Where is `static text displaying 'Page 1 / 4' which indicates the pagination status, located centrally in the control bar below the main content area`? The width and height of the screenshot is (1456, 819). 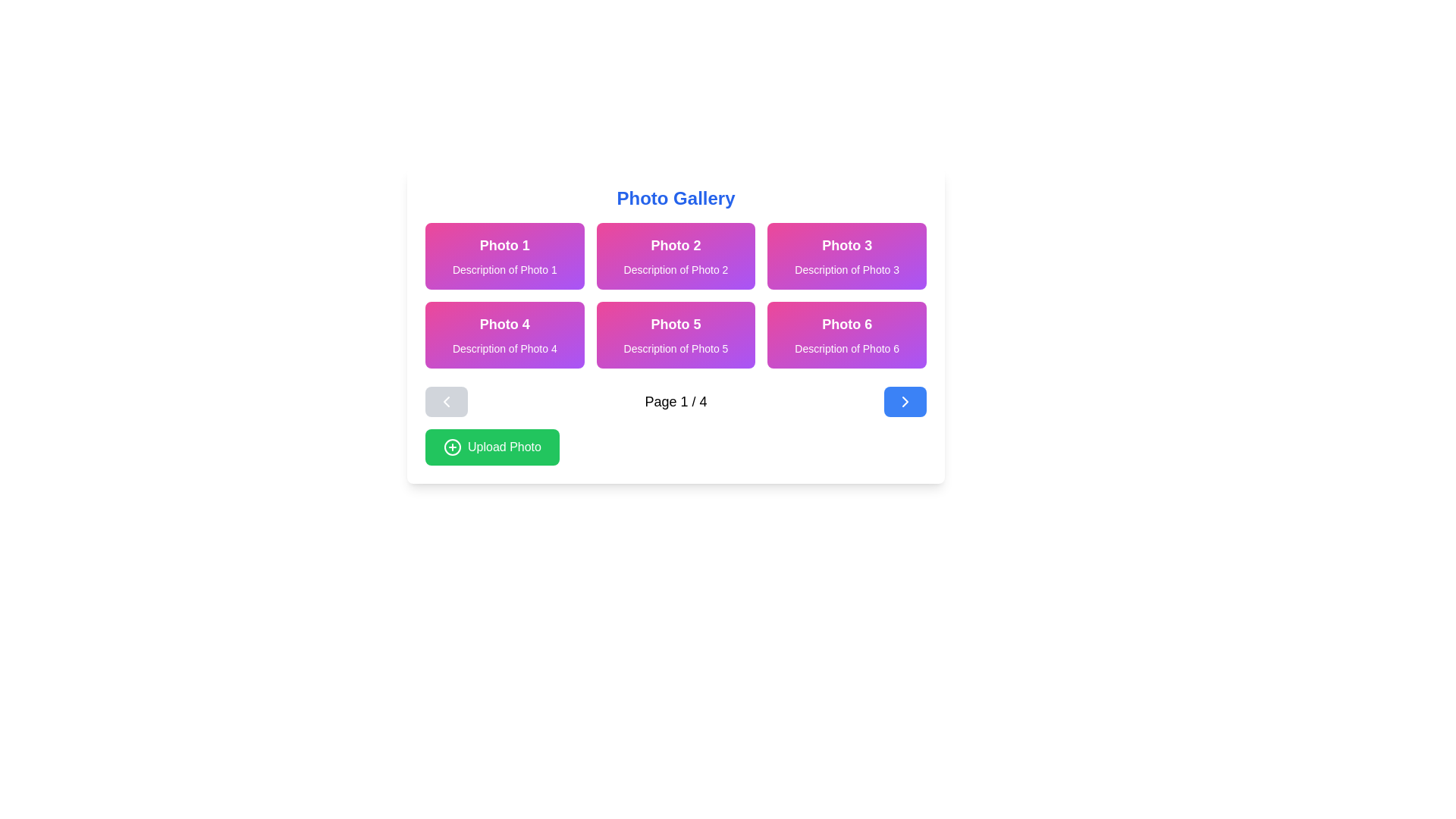
static text displaying 'Page 1 / 4' which indicates the pagination status, located centrally in the control bar below the main content area is located at coordinates (675, 400).